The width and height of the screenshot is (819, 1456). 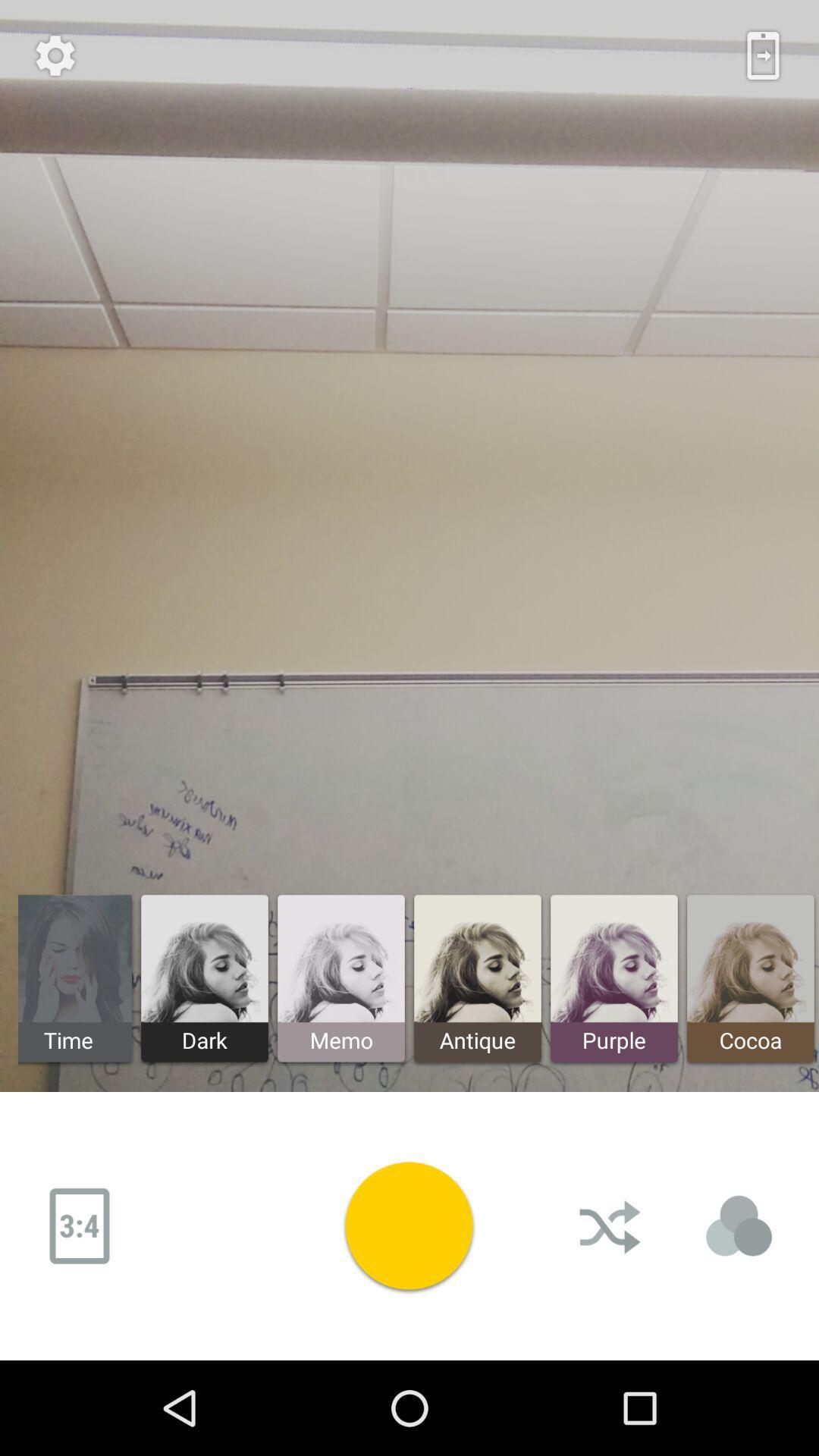 What do you see at coordinates (55, 55) in the screenshot?
I see `settings` at bounding box center [55, 55].